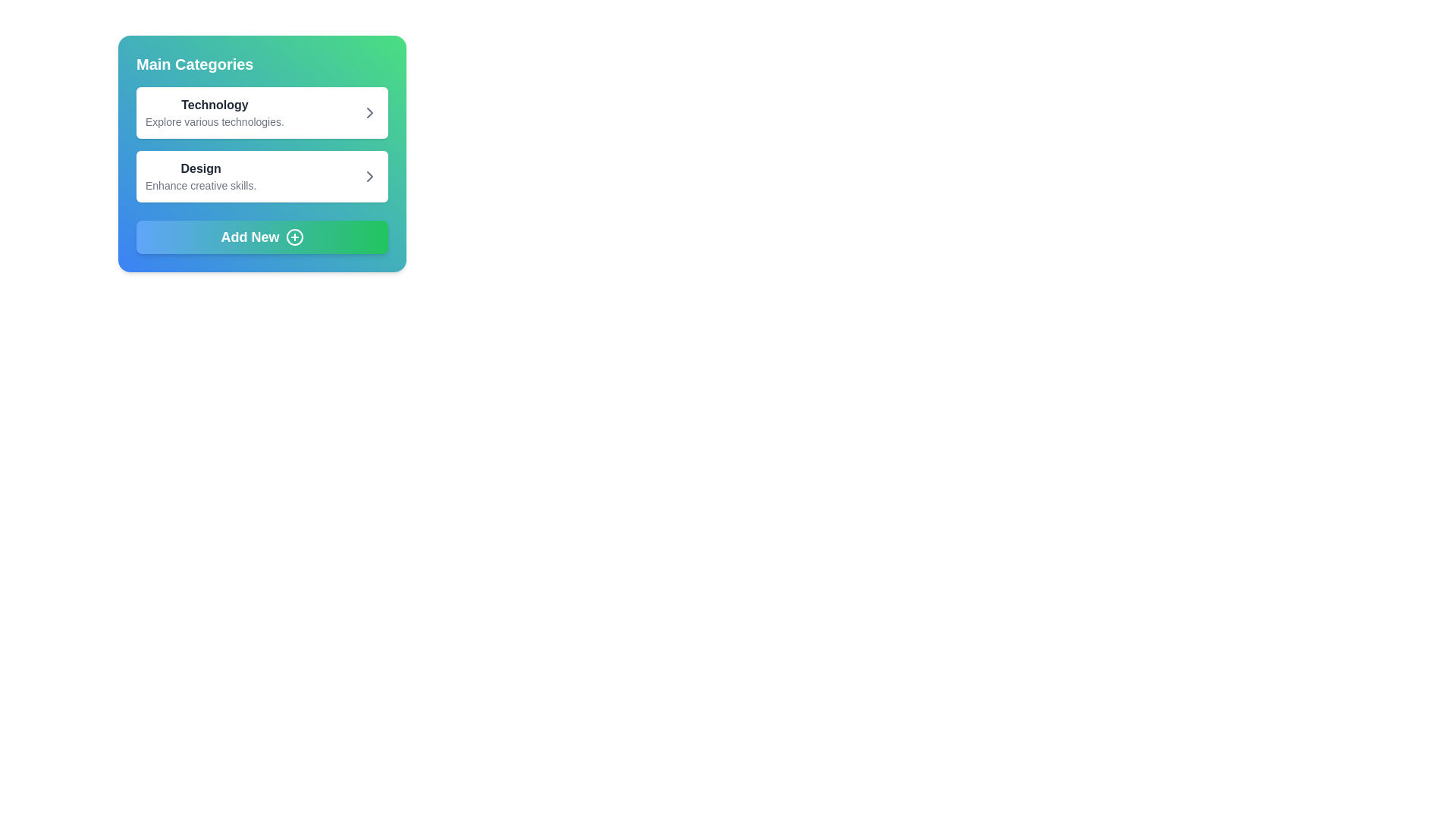 This screenshot has height=819, width=1456. I want to click on the static text display that provides a brief description under the title 'Design' in the second card of 'Main Categories', so click(200, 185).